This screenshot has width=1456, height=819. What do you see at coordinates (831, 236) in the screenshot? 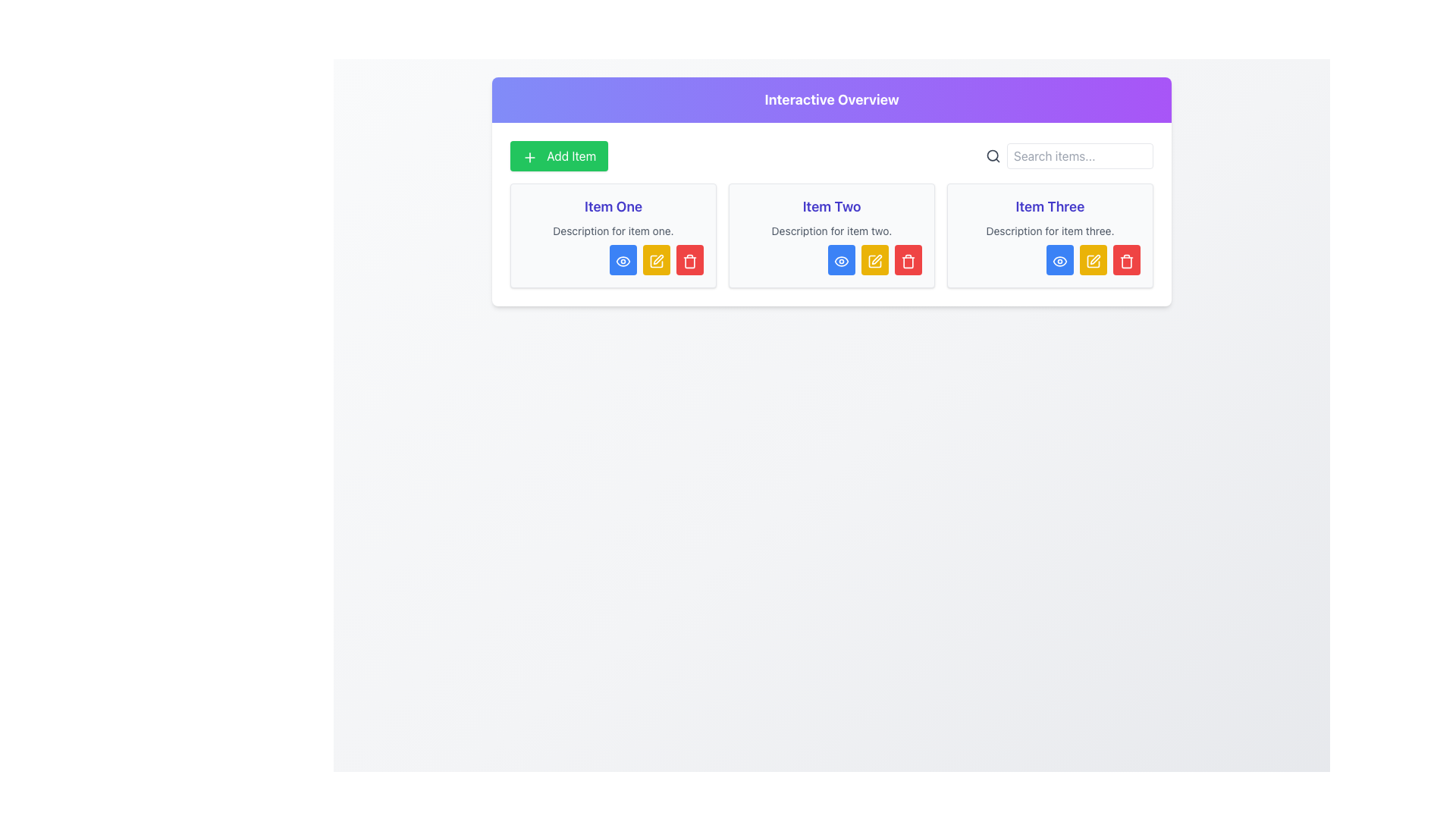
I see `the Card Grid` at bounding box center [831, 236].